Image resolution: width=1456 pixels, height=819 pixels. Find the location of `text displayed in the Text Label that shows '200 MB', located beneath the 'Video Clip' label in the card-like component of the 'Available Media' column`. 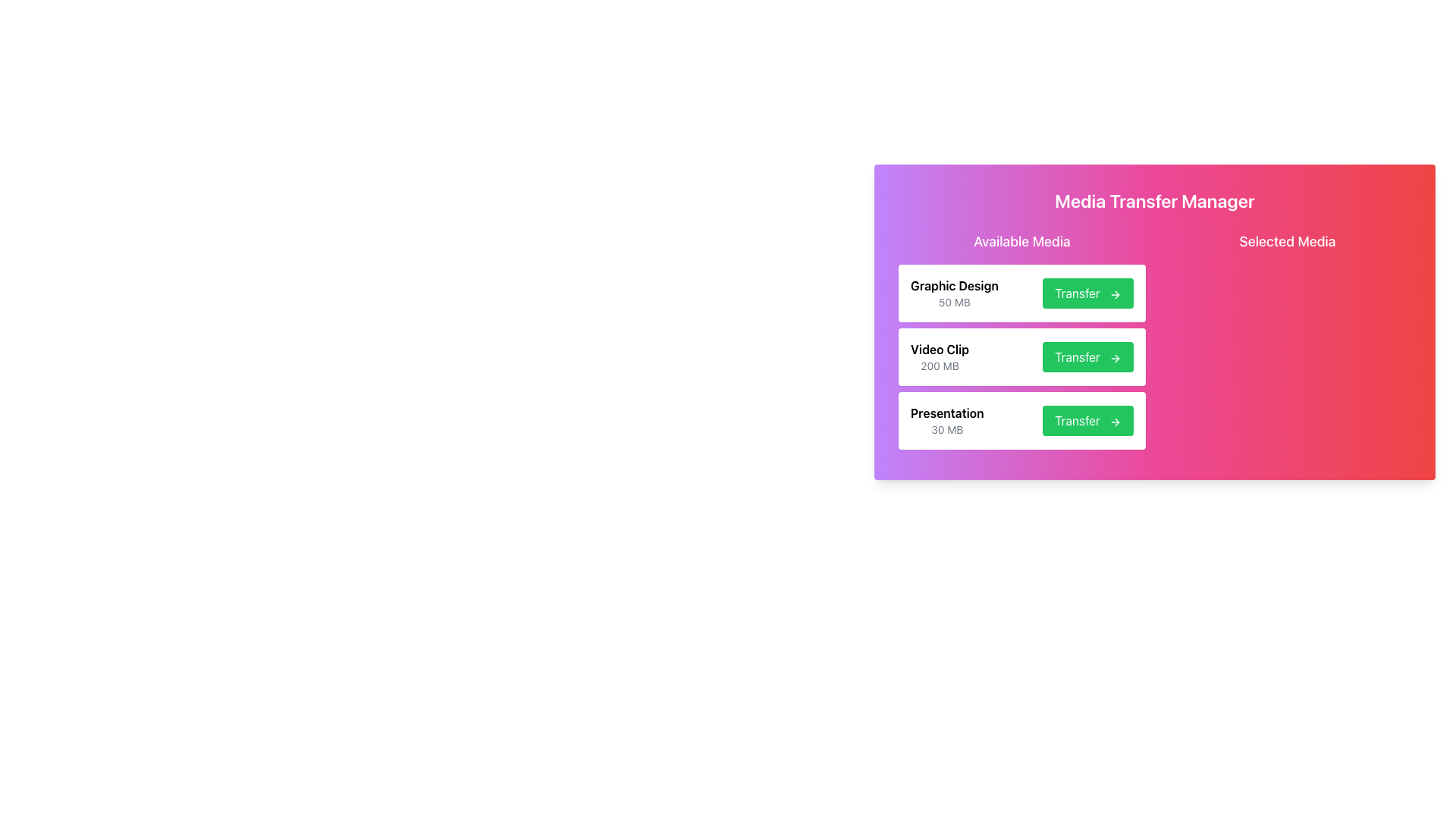

text displayed in the Text Label that shows '200 MB', located beneath the 'Video Clip' label in the card-like component of the 'Available Media' column is located at coordinates (939, 366).